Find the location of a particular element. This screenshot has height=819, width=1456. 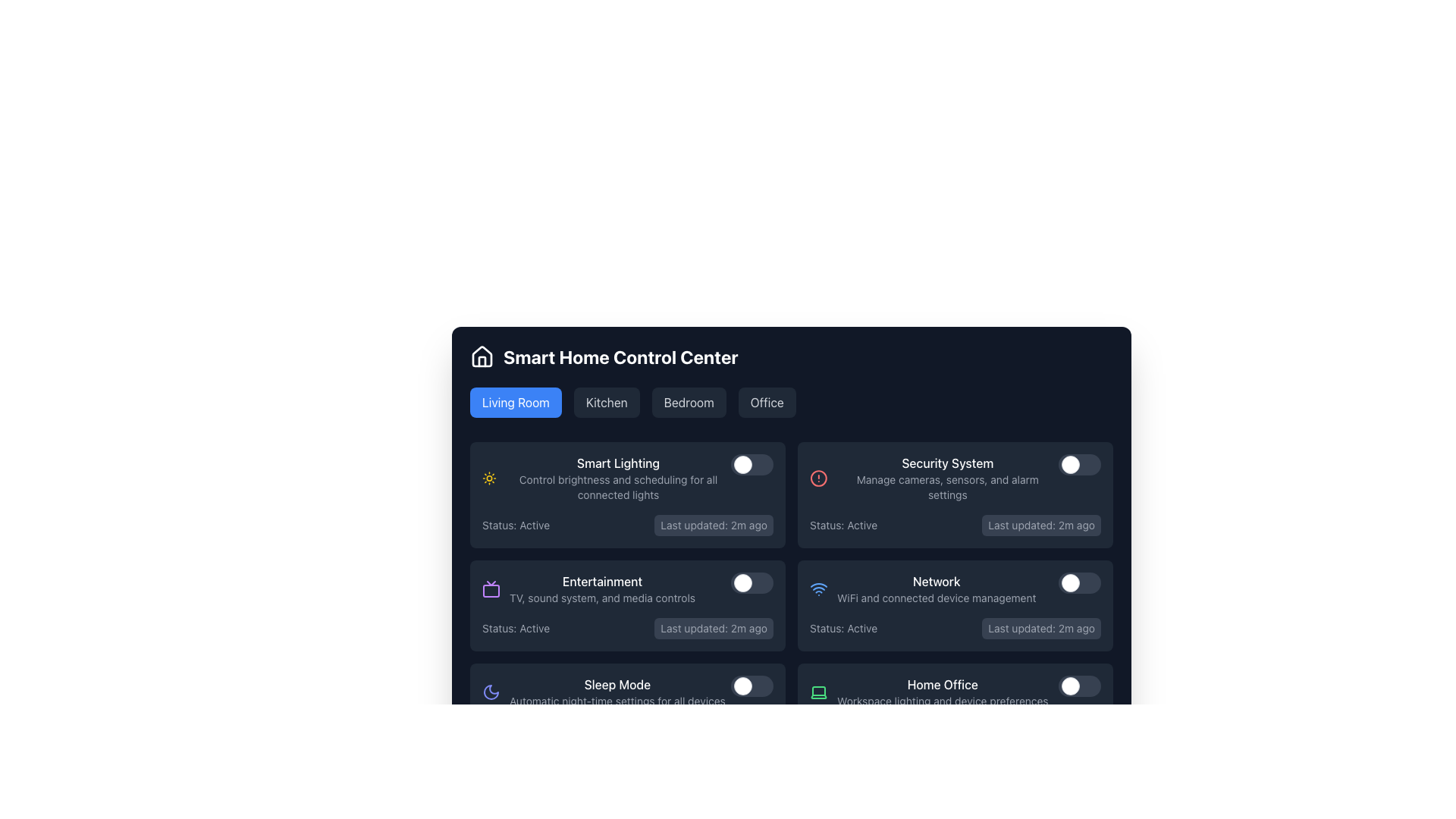

the 'Status: Active' text label located on the lower-left side of the 'Security System' card in the Smart Home Control Center is located at coordinates (843, 525).